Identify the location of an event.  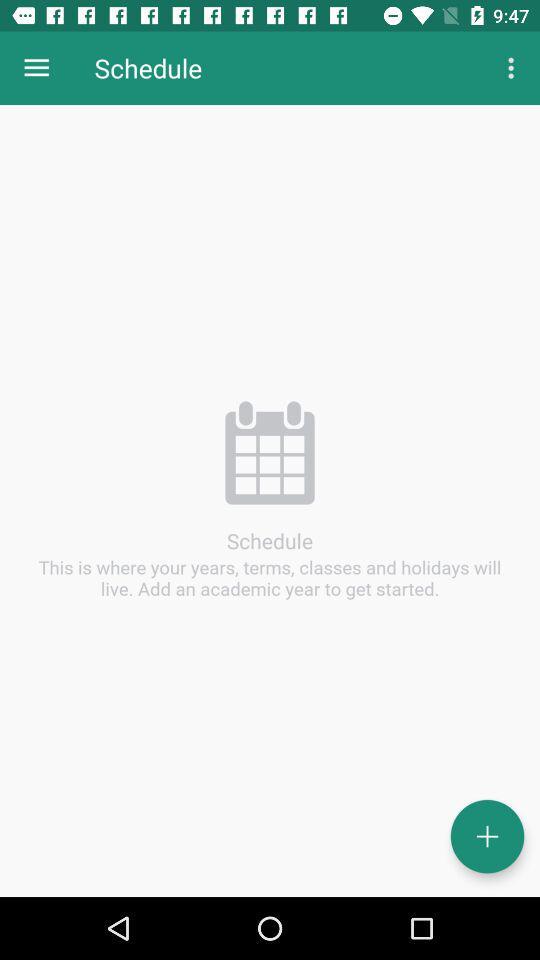
(486, 836).